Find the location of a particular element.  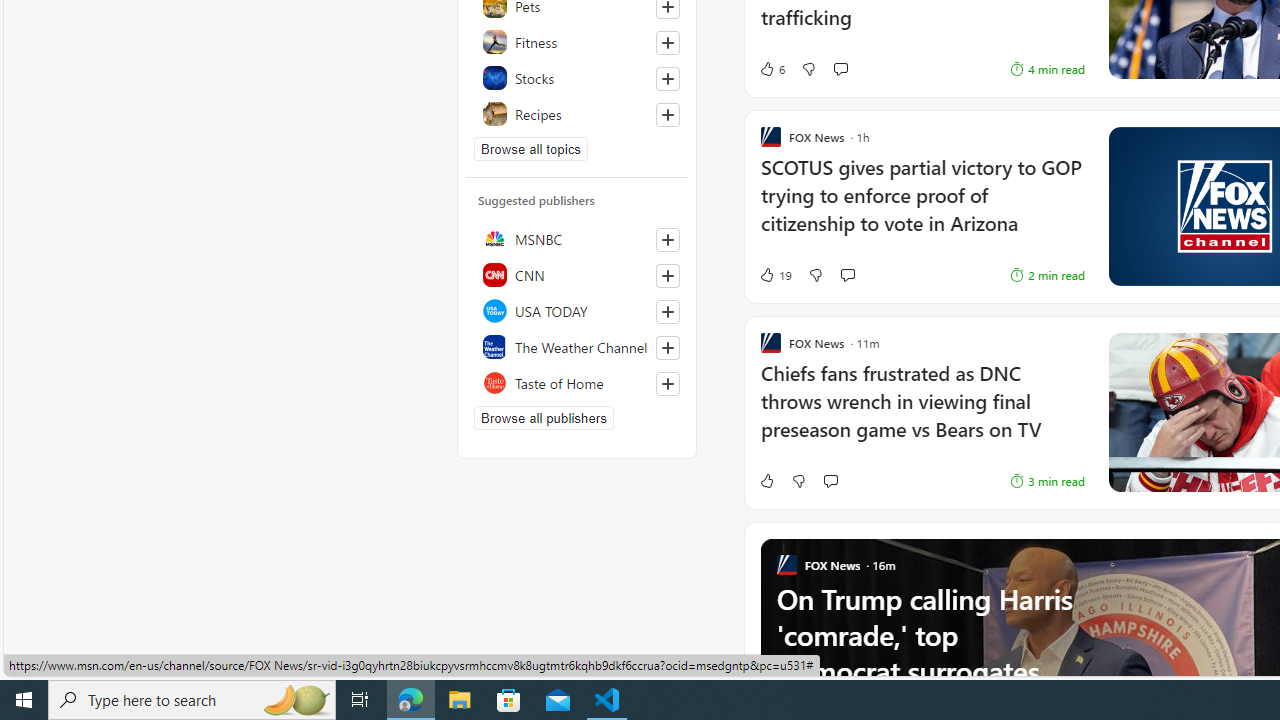

'6 Like' is located at coordinates (770, 67).